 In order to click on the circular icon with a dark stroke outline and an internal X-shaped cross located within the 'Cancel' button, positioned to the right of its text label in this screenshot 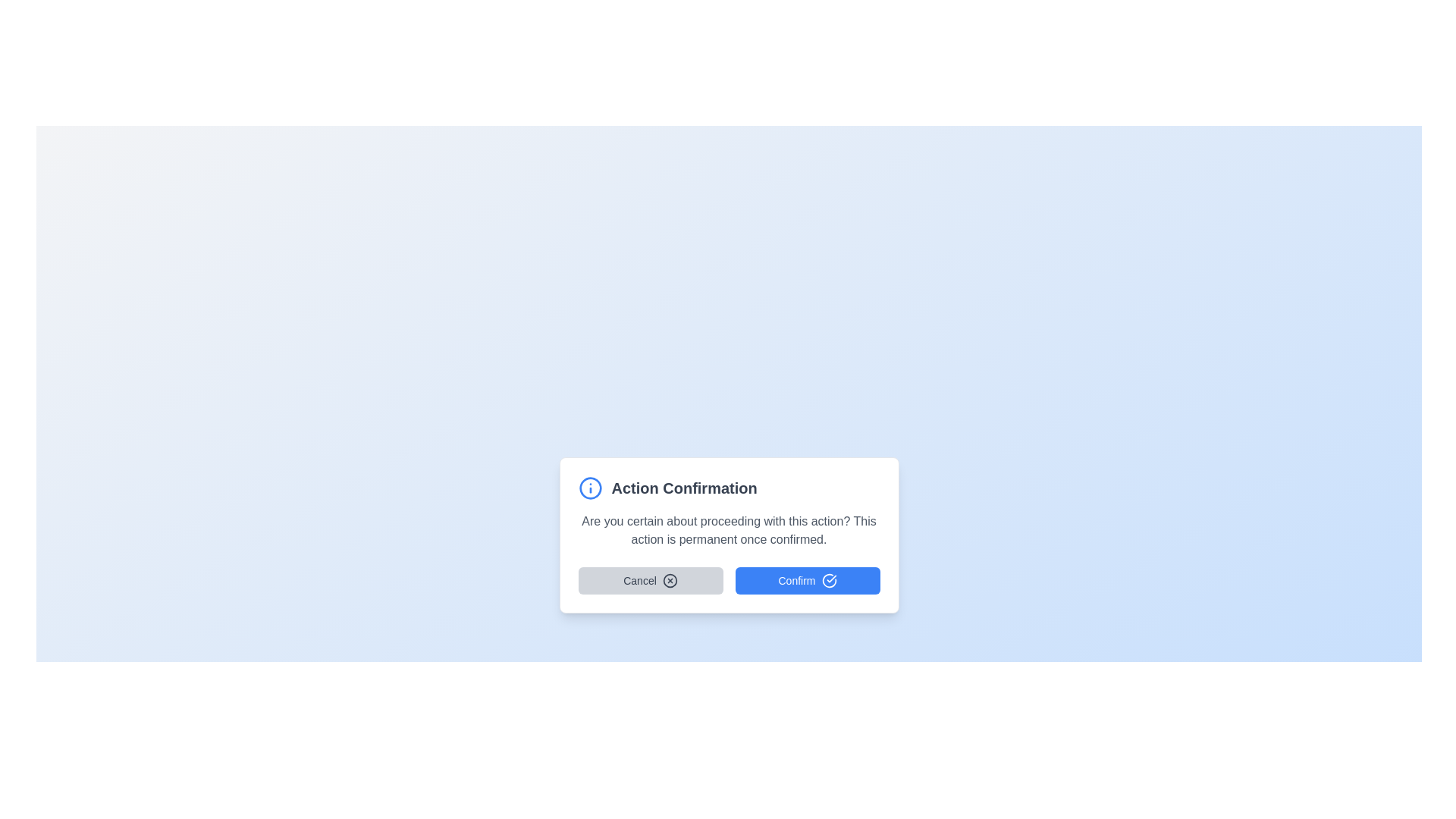, I will do `click(669, 580)`.